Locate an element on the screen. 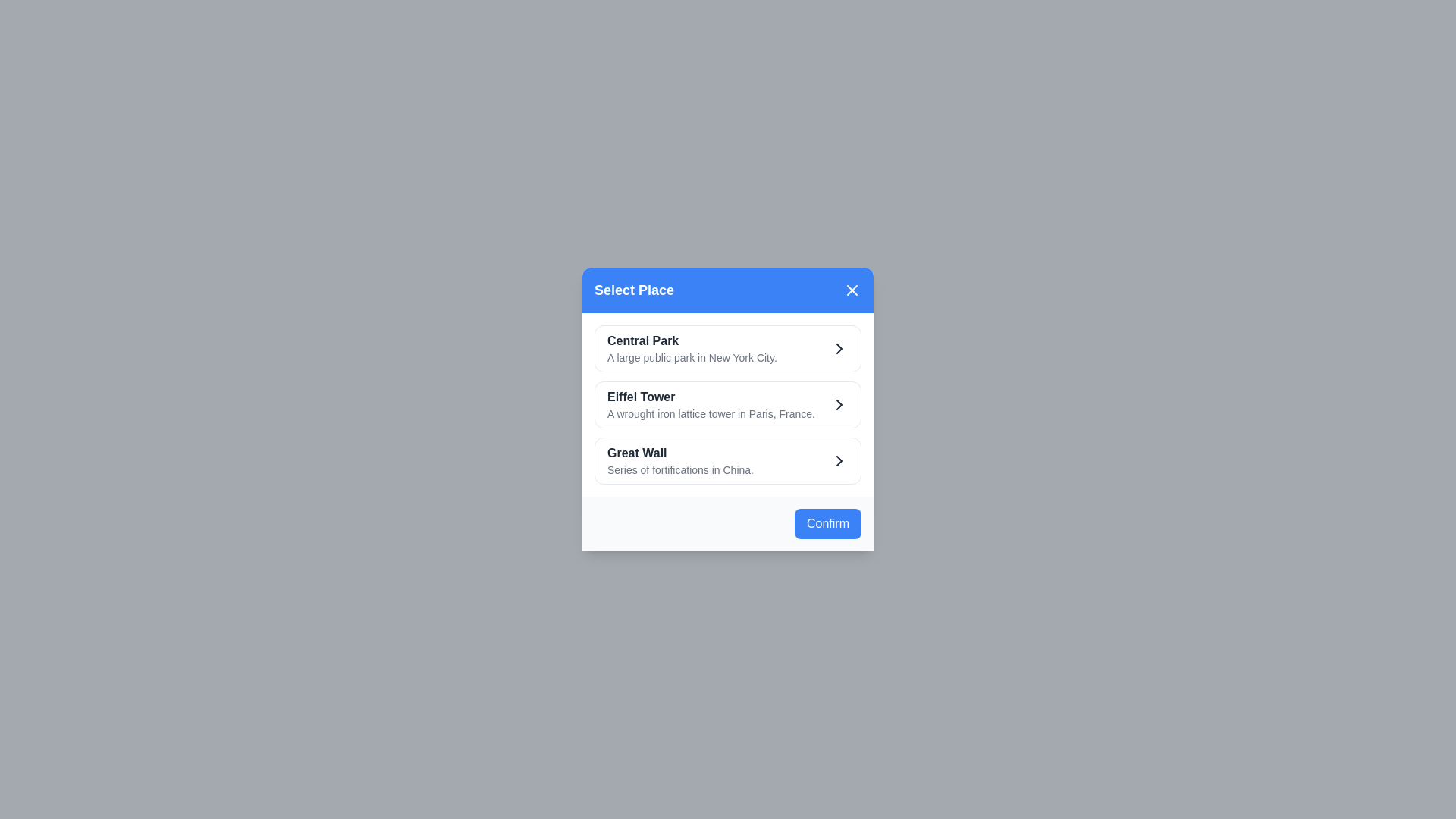 The height and width of the screenshot is (819, 1456). the place Central Park from the list is located at coordinates (728, 348).